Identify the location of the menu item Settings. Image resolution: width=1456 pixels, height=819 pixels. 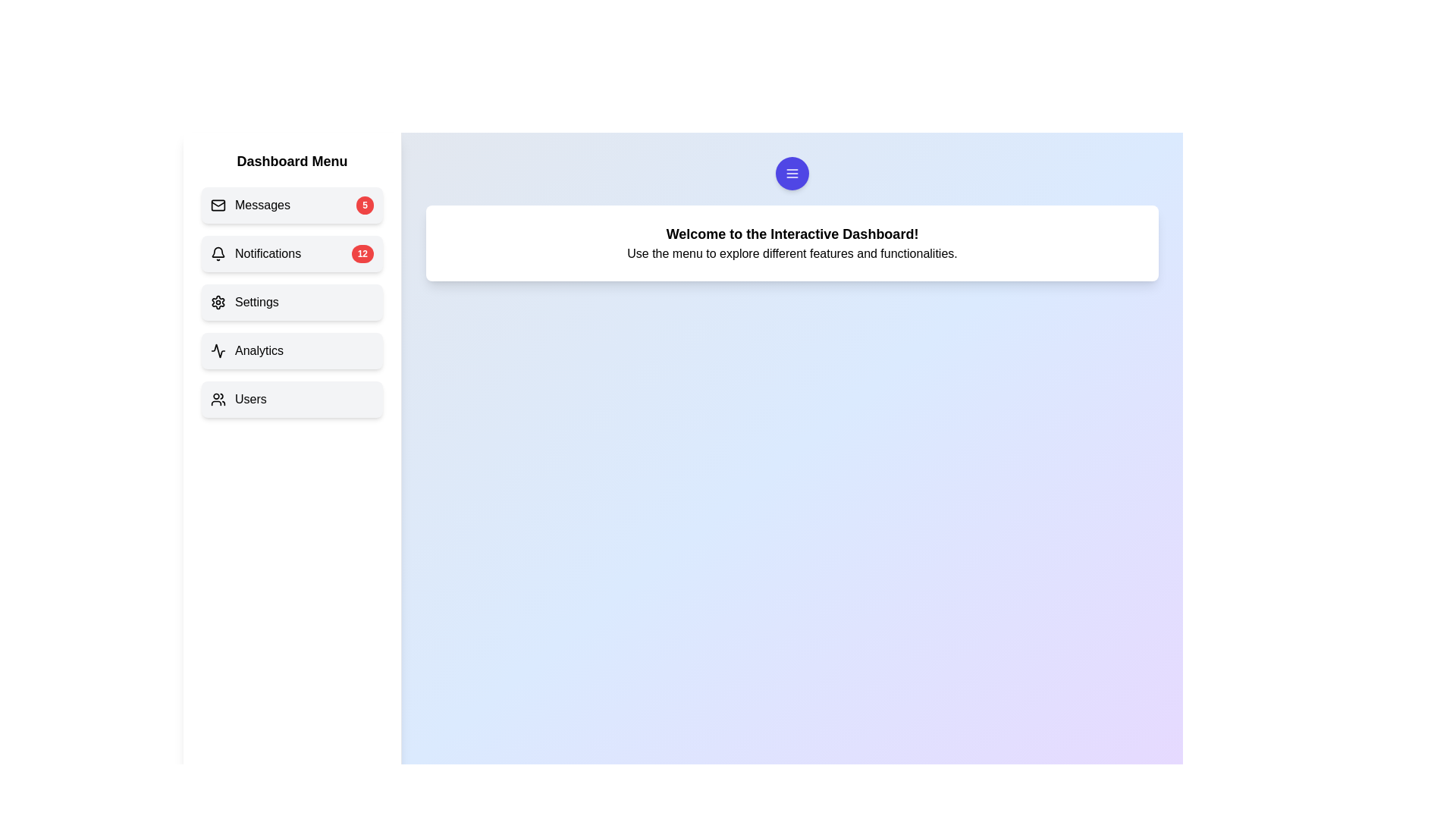
(292, 302).